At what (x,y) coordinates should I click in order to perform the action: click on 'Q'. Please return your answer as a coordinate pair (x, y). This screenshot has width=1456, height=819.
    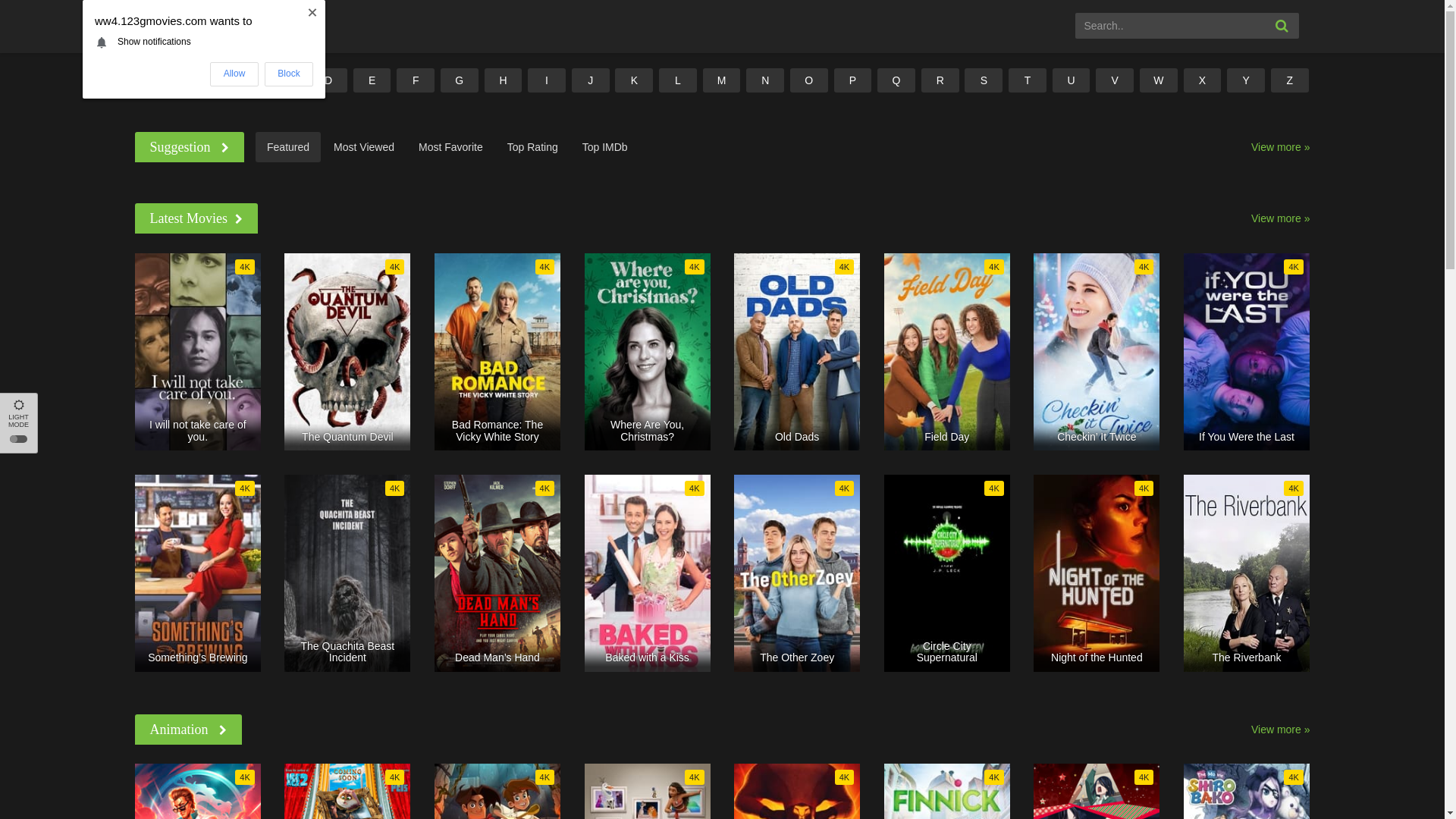
    Looking at the image, I should click on (896, 80).